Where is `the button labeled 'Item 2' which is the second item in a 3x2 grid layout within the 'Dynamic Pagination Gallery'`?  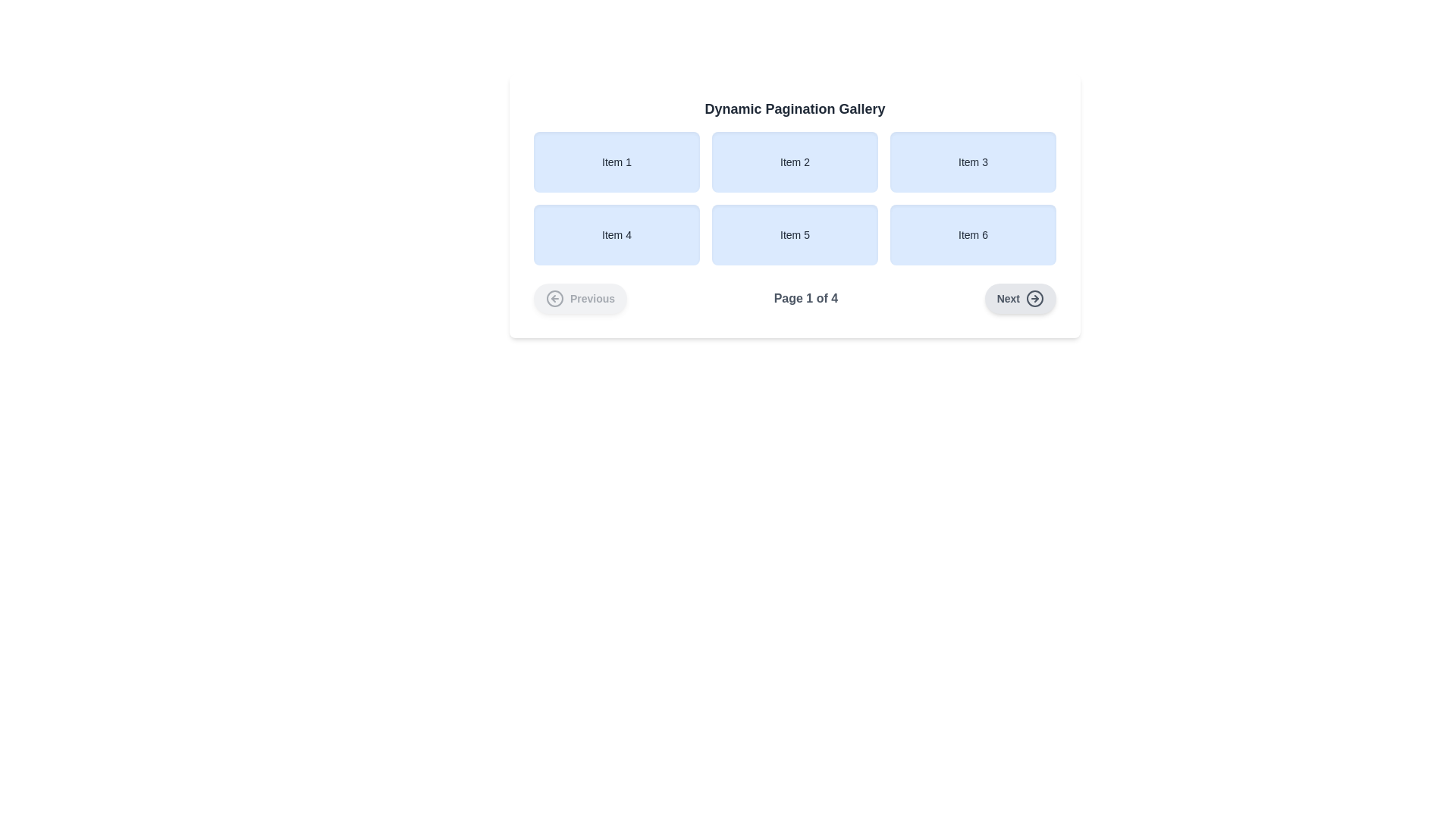
the button labeled 'Item 2' which is the second item in a 3x2 grid layout within the 'Dynamic Pagination Gallery' is located at coordinates (794, 162).